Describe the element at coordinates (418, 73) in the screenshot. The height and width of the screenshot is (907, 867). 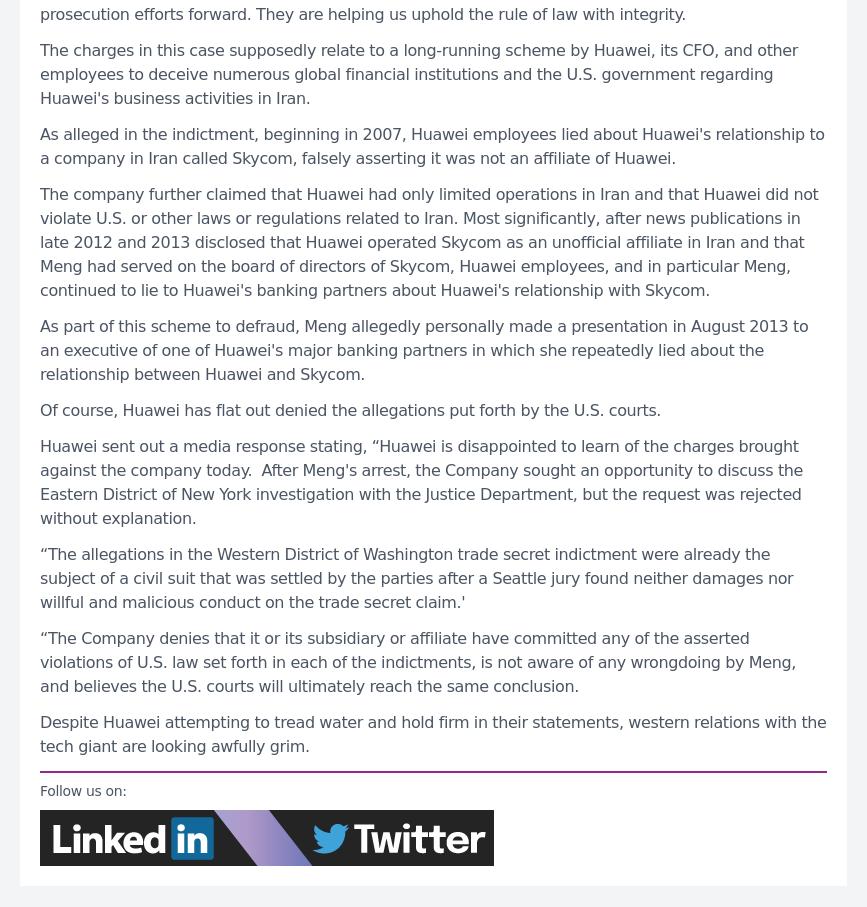
I see `'The charges in this case supposedly relate to a long-running scheme by Huawei, its CFO, and other employees to deceive numerous global financial institutions and the U.S. government regarding Huawei's business activities in Iran.'` at that location.